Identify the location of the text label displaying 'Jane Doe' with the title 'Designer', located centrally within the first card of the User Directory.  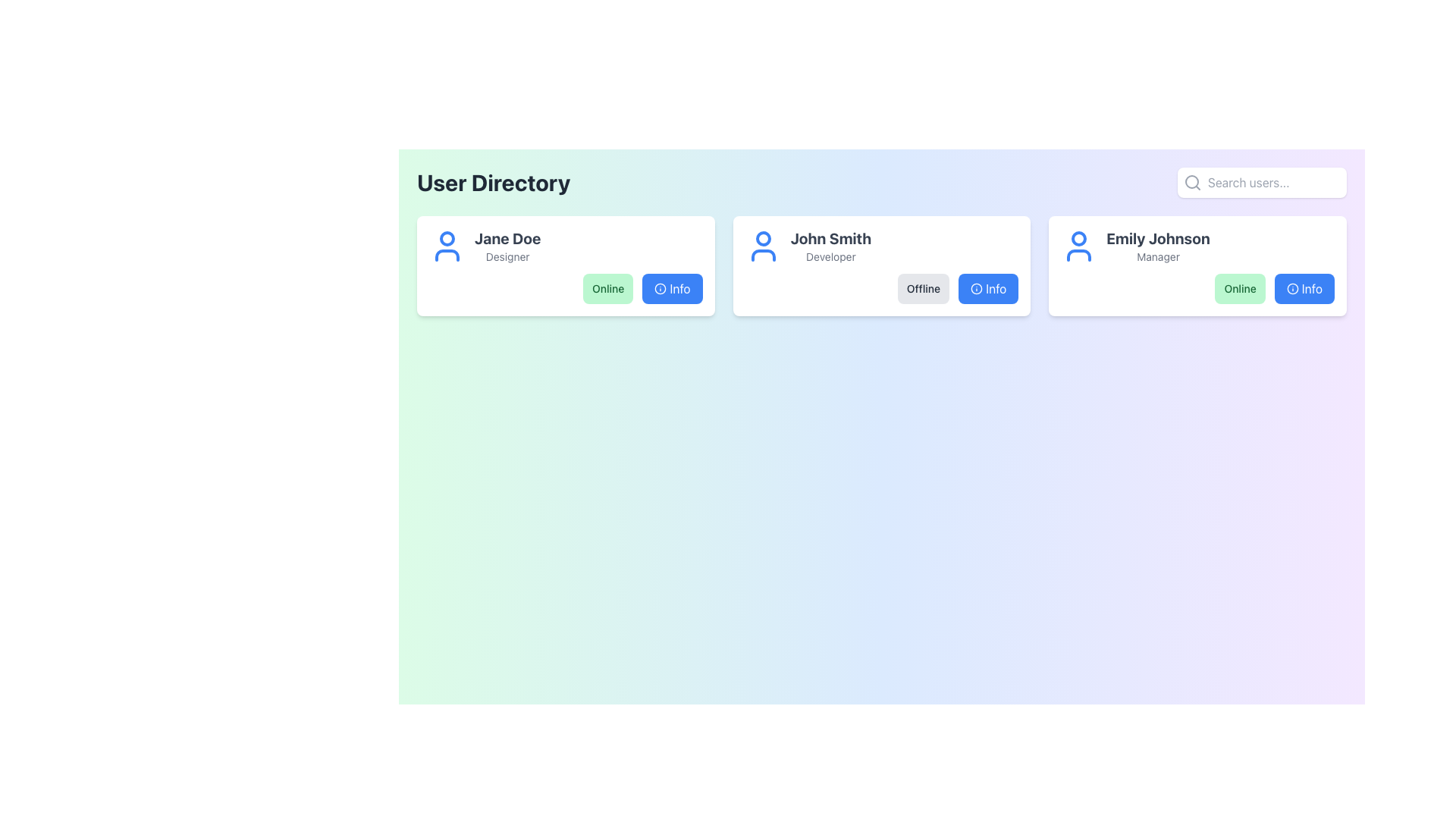
(507, 245).